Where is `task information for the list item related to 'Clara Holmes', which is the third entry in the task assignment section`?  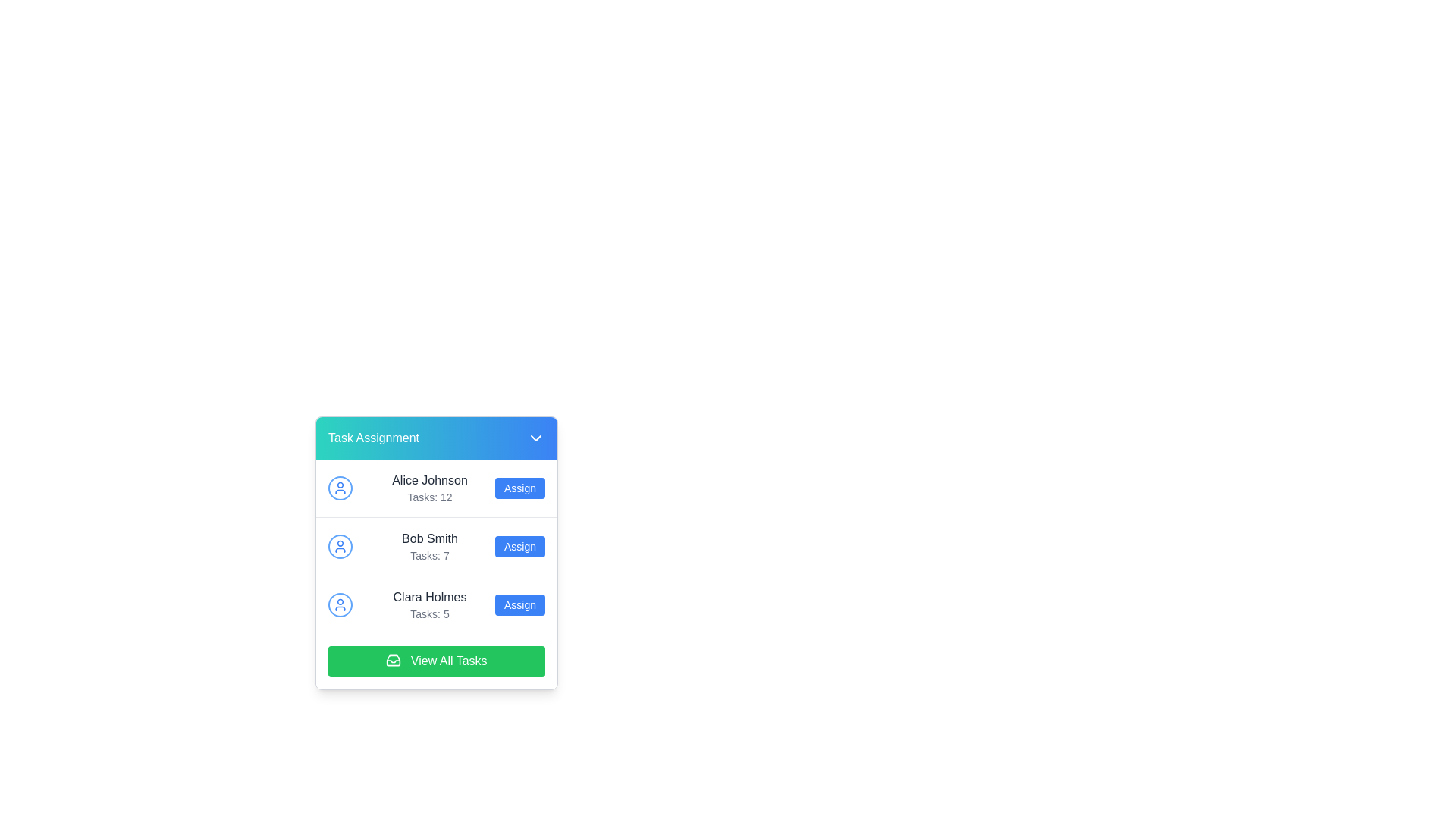 task information for the list item related to 'Clara Holmes', which is the third entry in the task assignment section is located at coordinates (436, 604).